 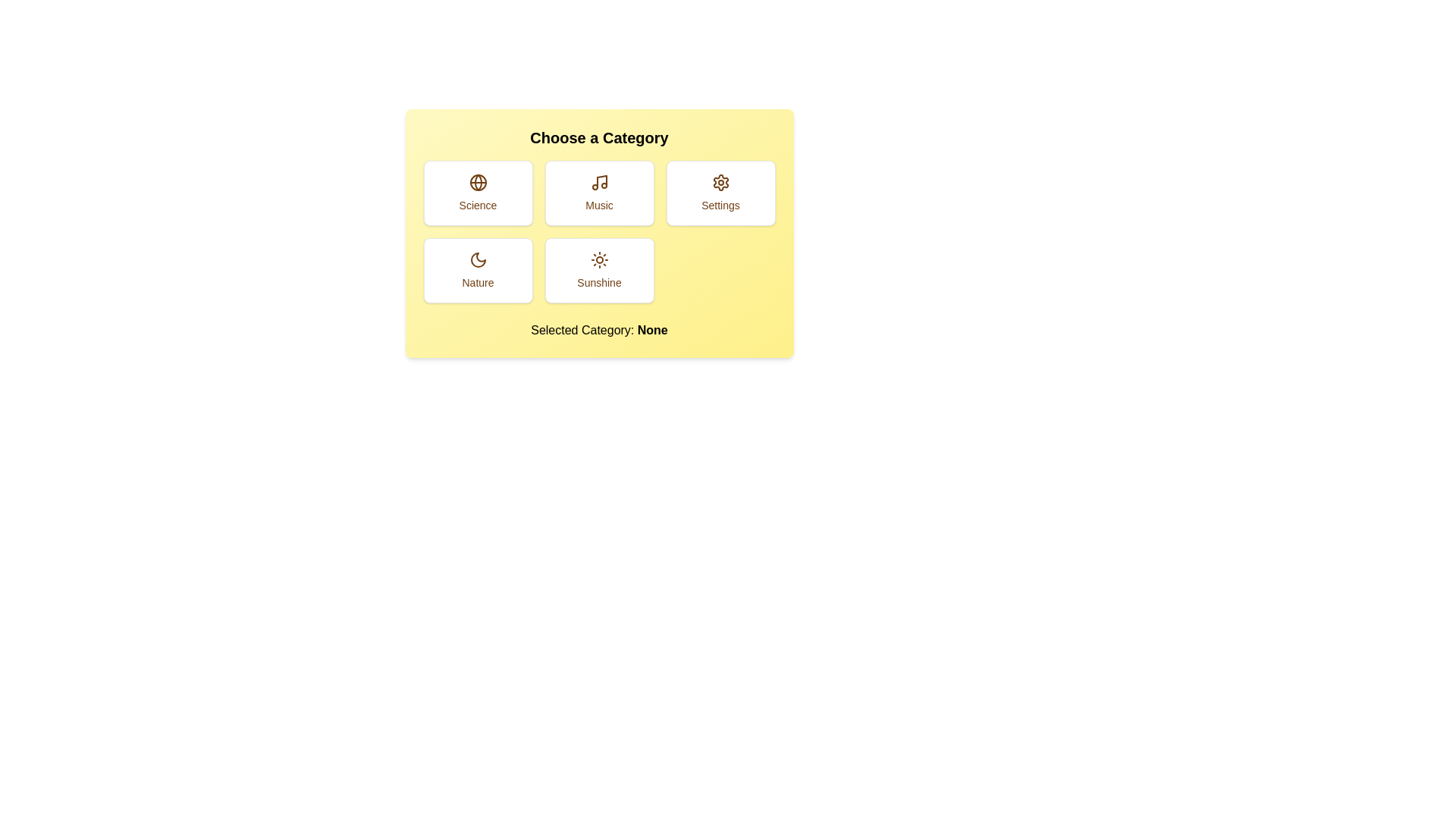 What do you see at coordinates (598, 270) in the screenshot?
I see `the 'Sunshine' button` at bounding box center [598, 270].